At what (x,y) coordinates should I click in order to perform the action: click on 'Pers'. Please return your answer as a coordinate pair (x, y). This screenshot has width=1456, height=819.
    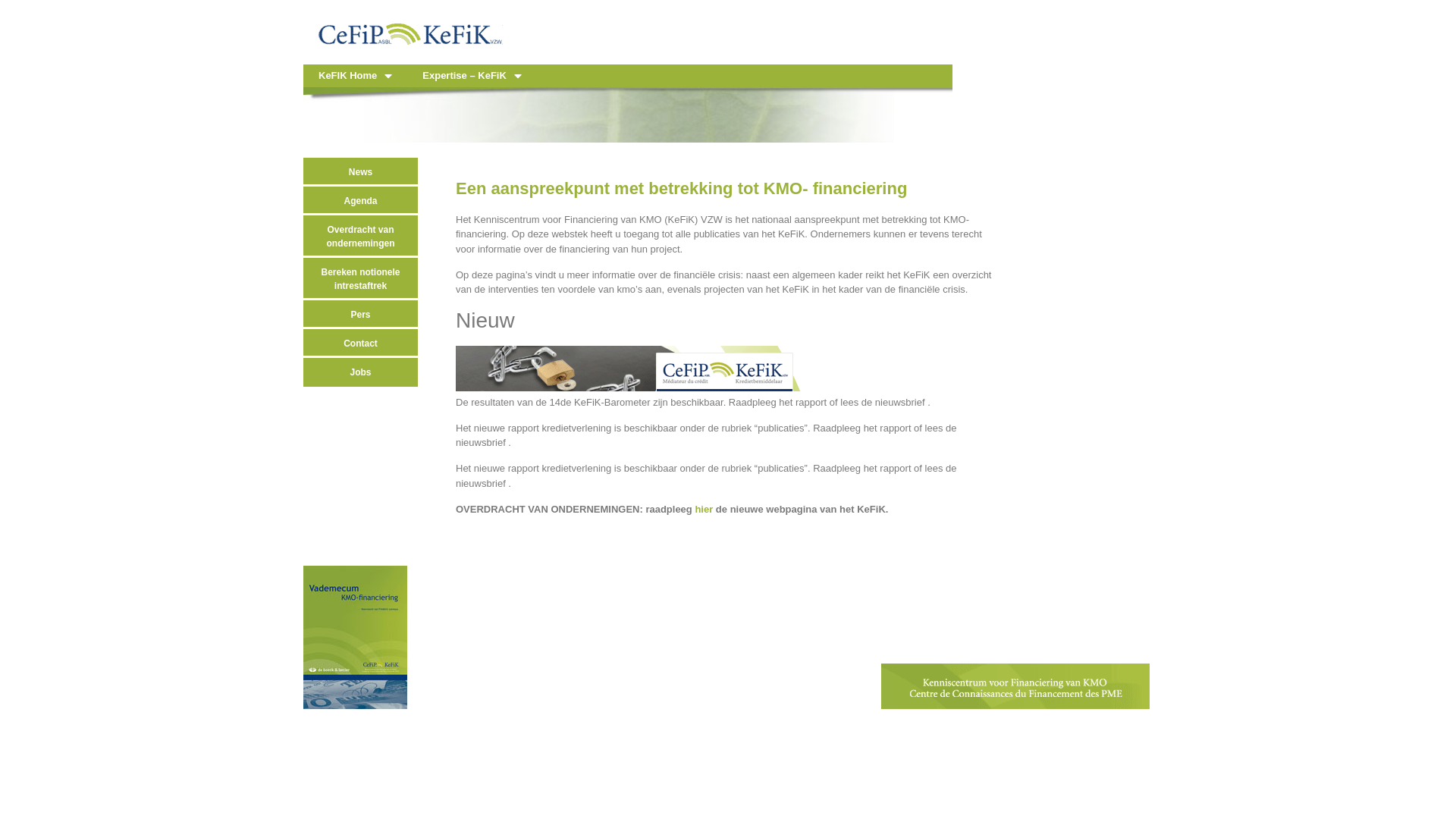
    Looking at the image, I should click on (359, 314).